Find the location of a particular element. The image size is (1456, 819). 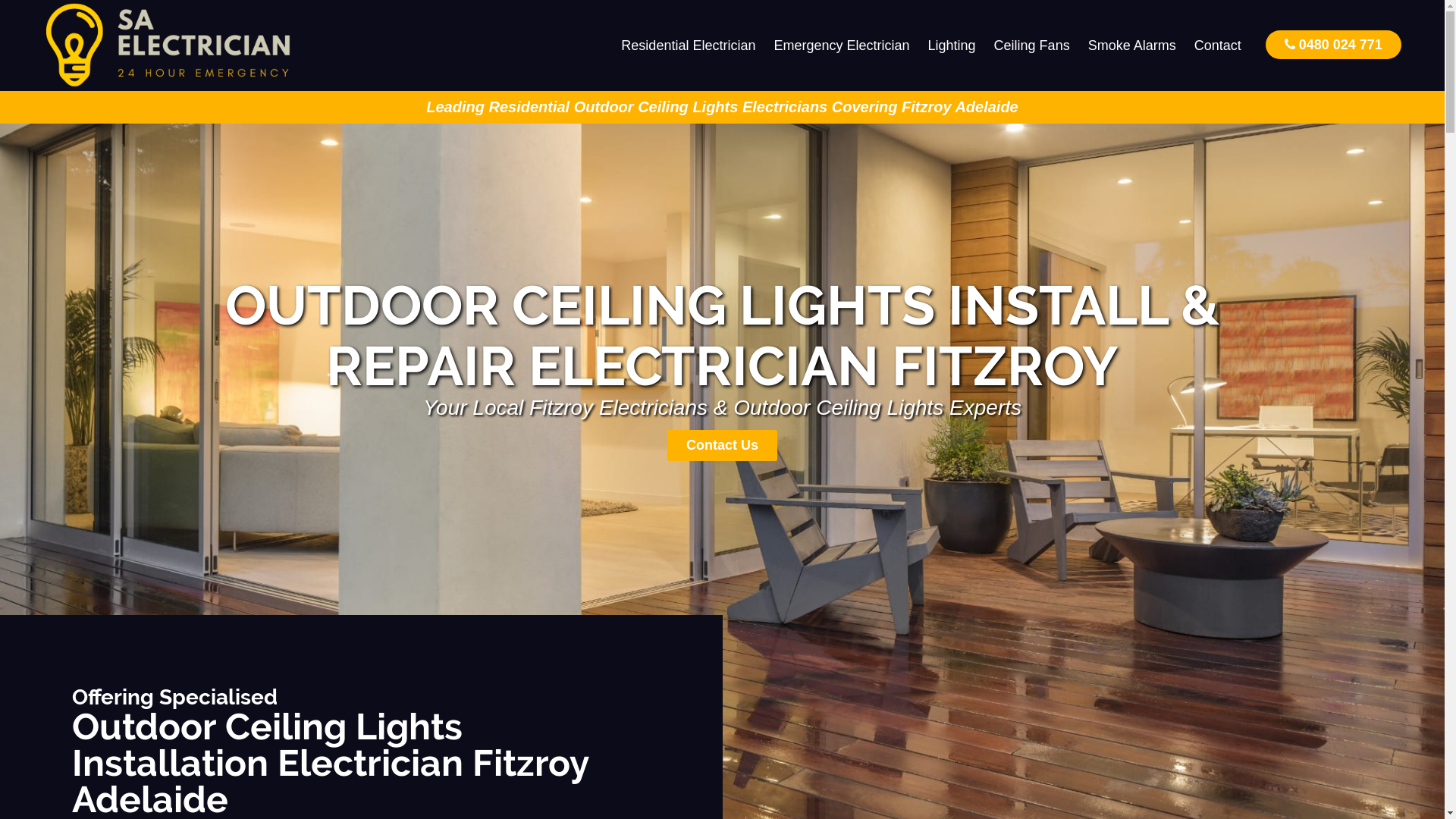

'Residential Electrician' is located at coordinates (687, 45).